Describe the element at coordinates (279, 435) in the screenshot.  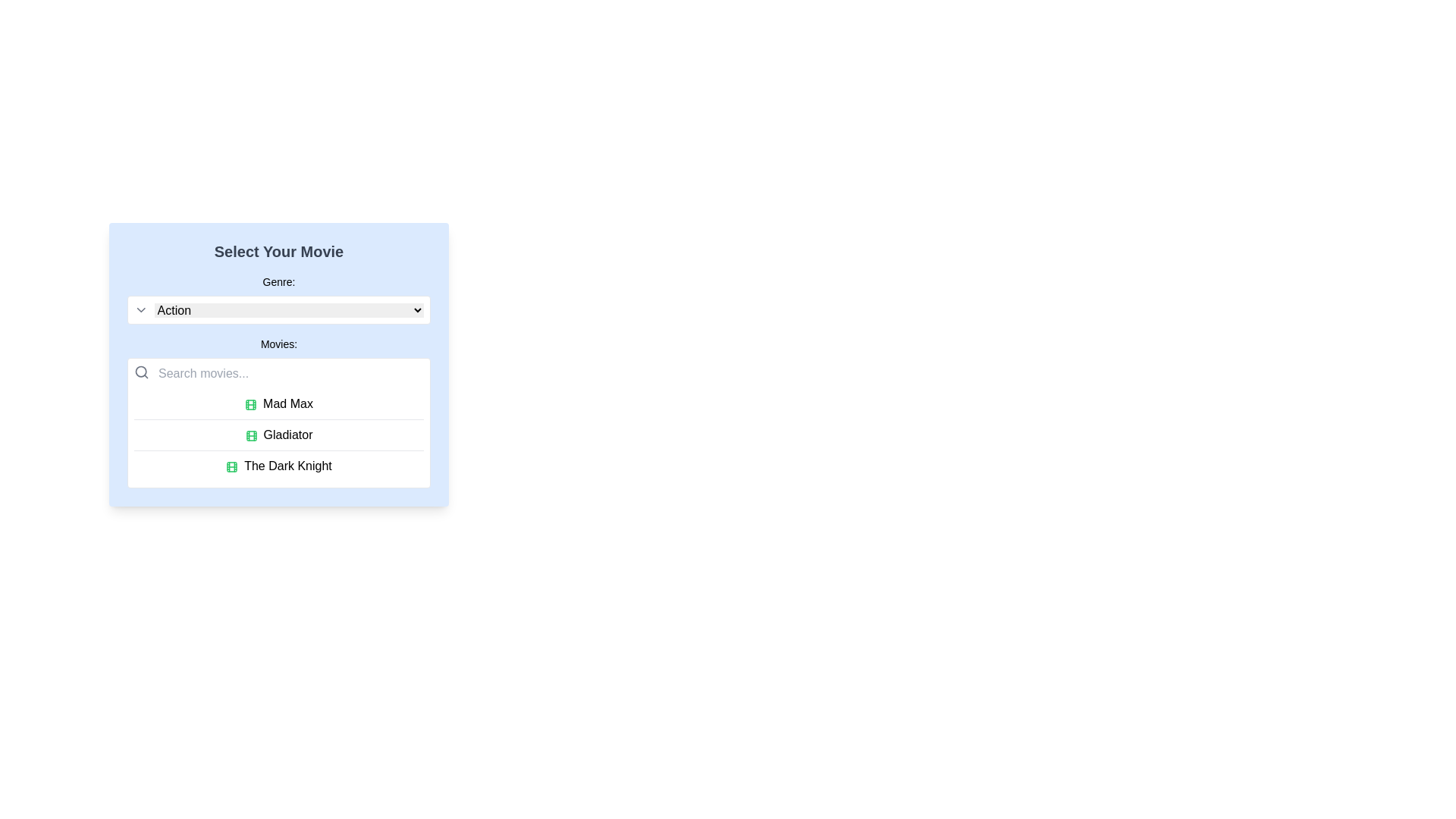
I see `the title in the list section containing three items ('Mad Max,' 'Gladiator,' 'The Dark Knight') with a distinctive green film icon for options` at that location.